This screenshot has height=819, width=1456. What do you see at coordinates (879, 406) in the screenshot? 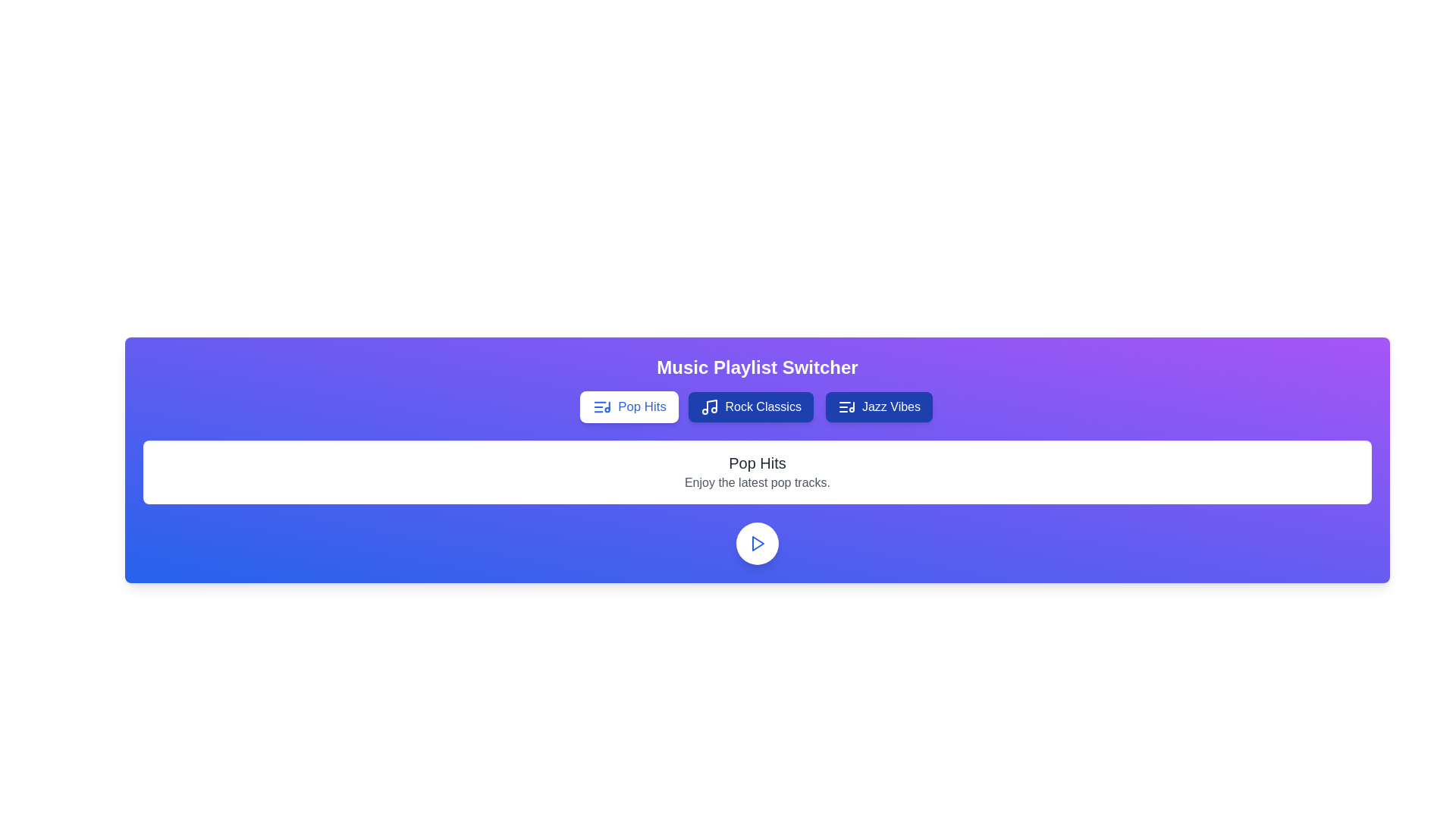
I see `the 'Jazz Vibes' button, which has a dark blue background and white text` at bounding box center [879, 406].